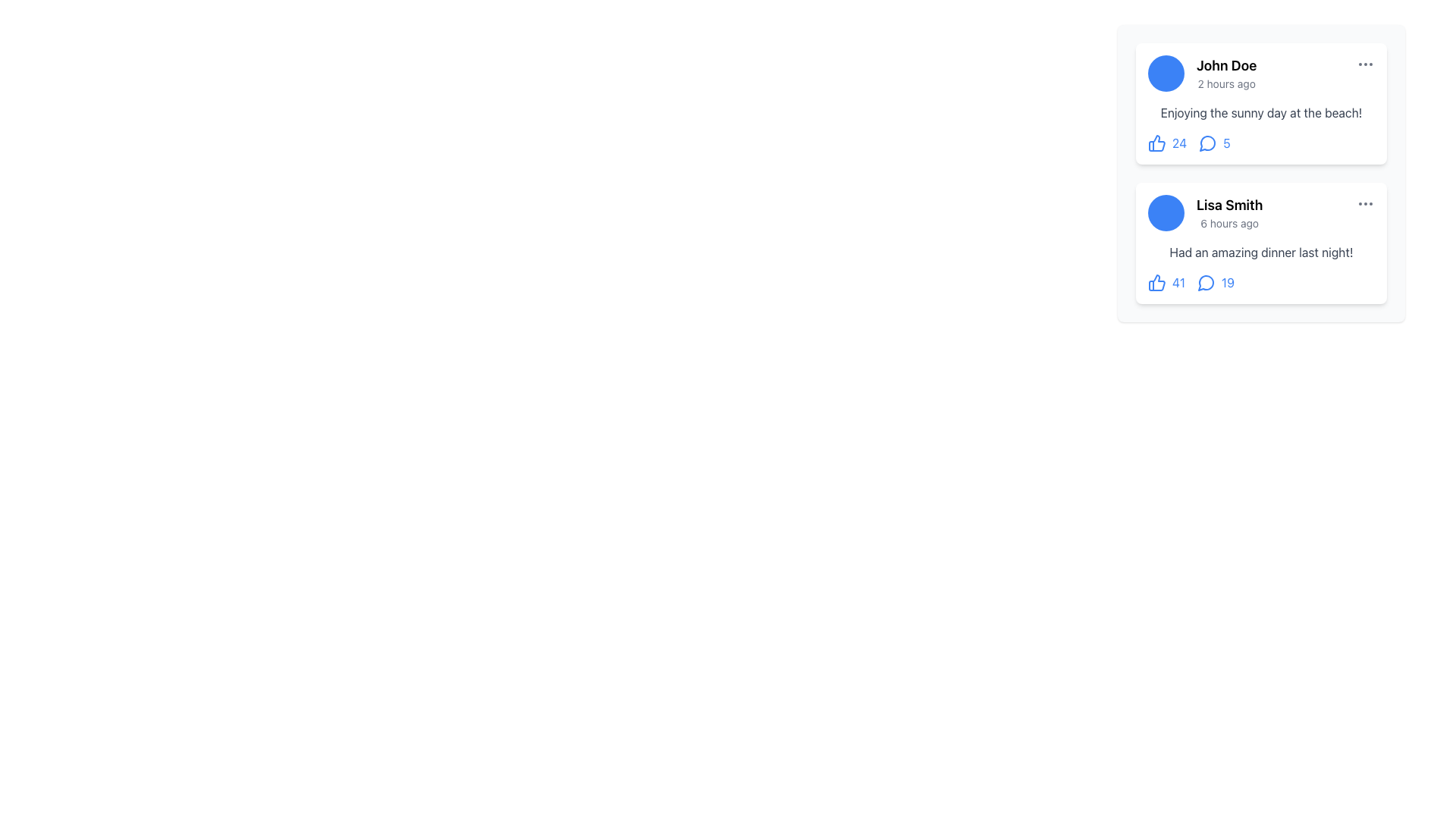 The height and width of the screenshot is (819, 1456). Describe the element at coordinates (1204, 213) in the screenshot. I see `the user information header for the second post from the top` at that location.